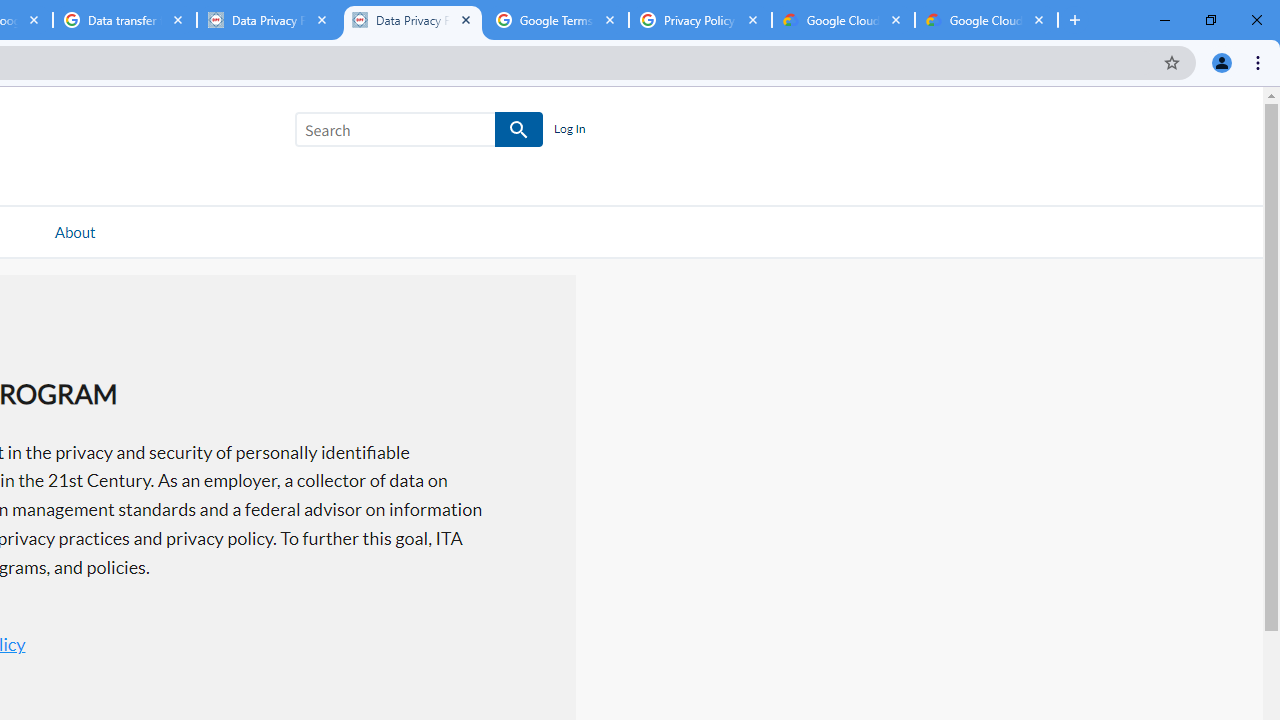 The height and width of the screenshot is (720, 1280). Describe the element at coordinates (568, 129) in the screenshot. I see `'Log In'` at that location.